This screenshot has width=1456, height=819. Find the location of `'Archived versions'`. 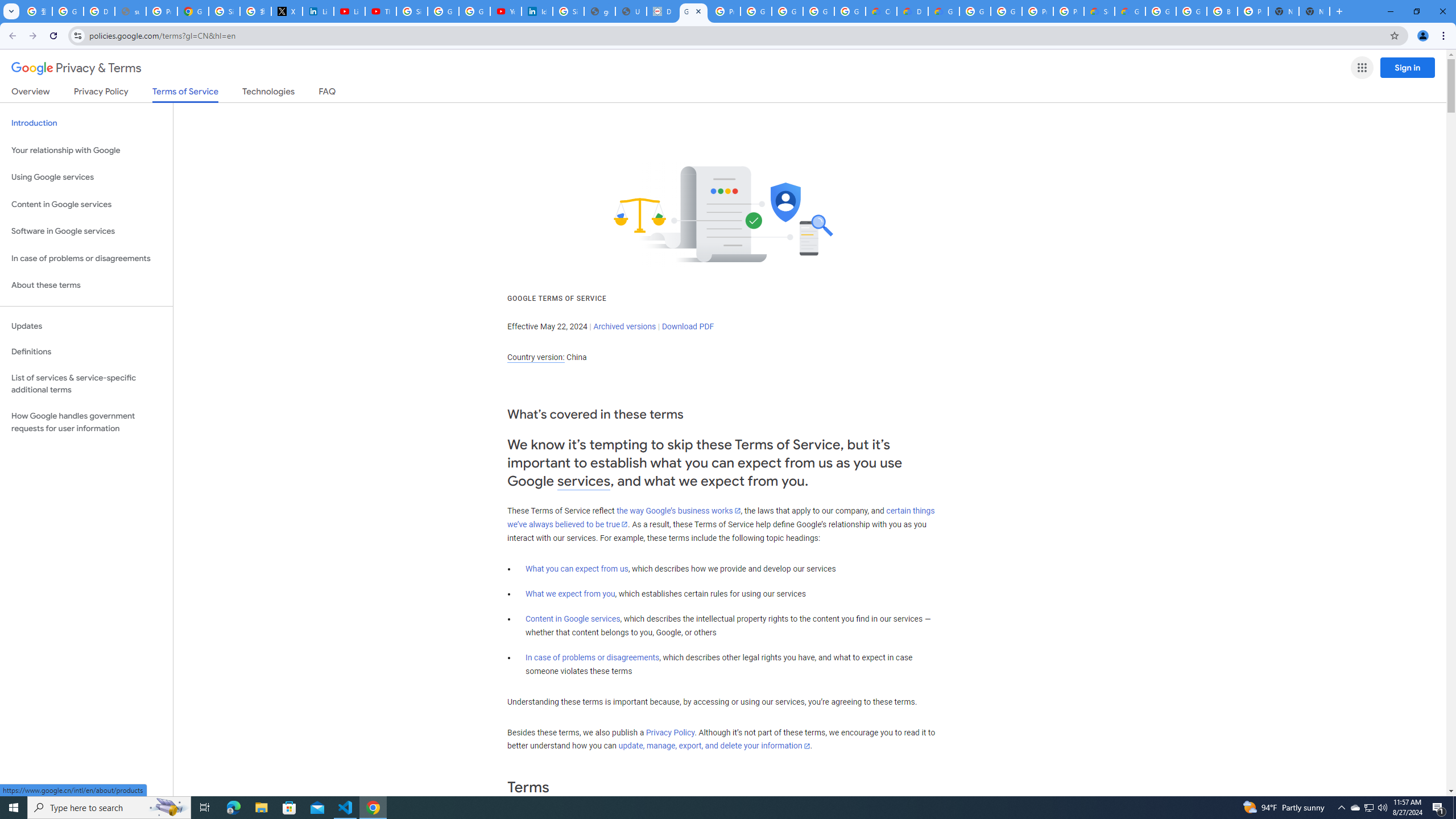

'Archived versions' is located at coordinates (624, 325).